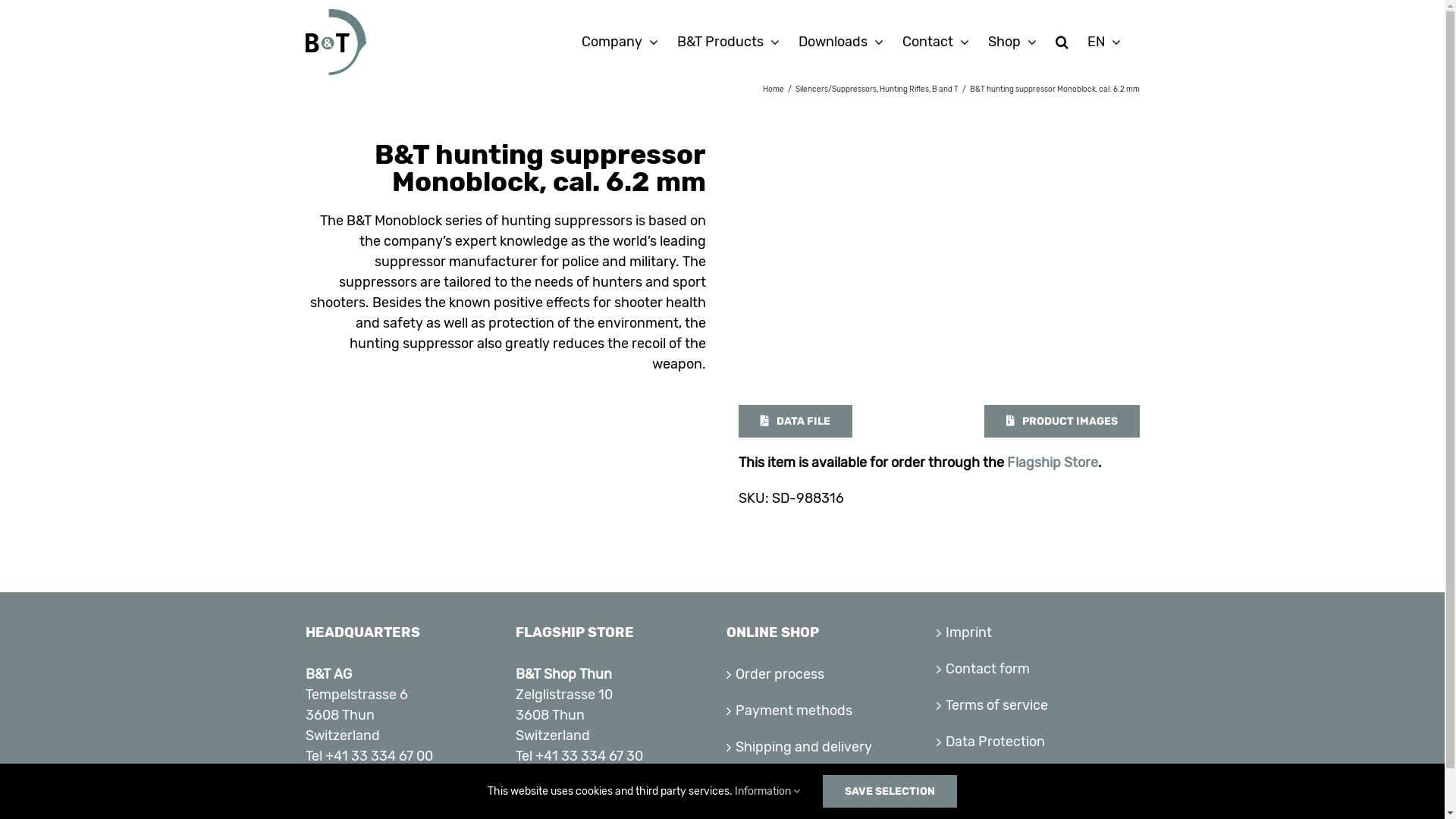  Describe the element at coordinates (839, 40) in the screenshot. I see `'Downloads'` at that location.